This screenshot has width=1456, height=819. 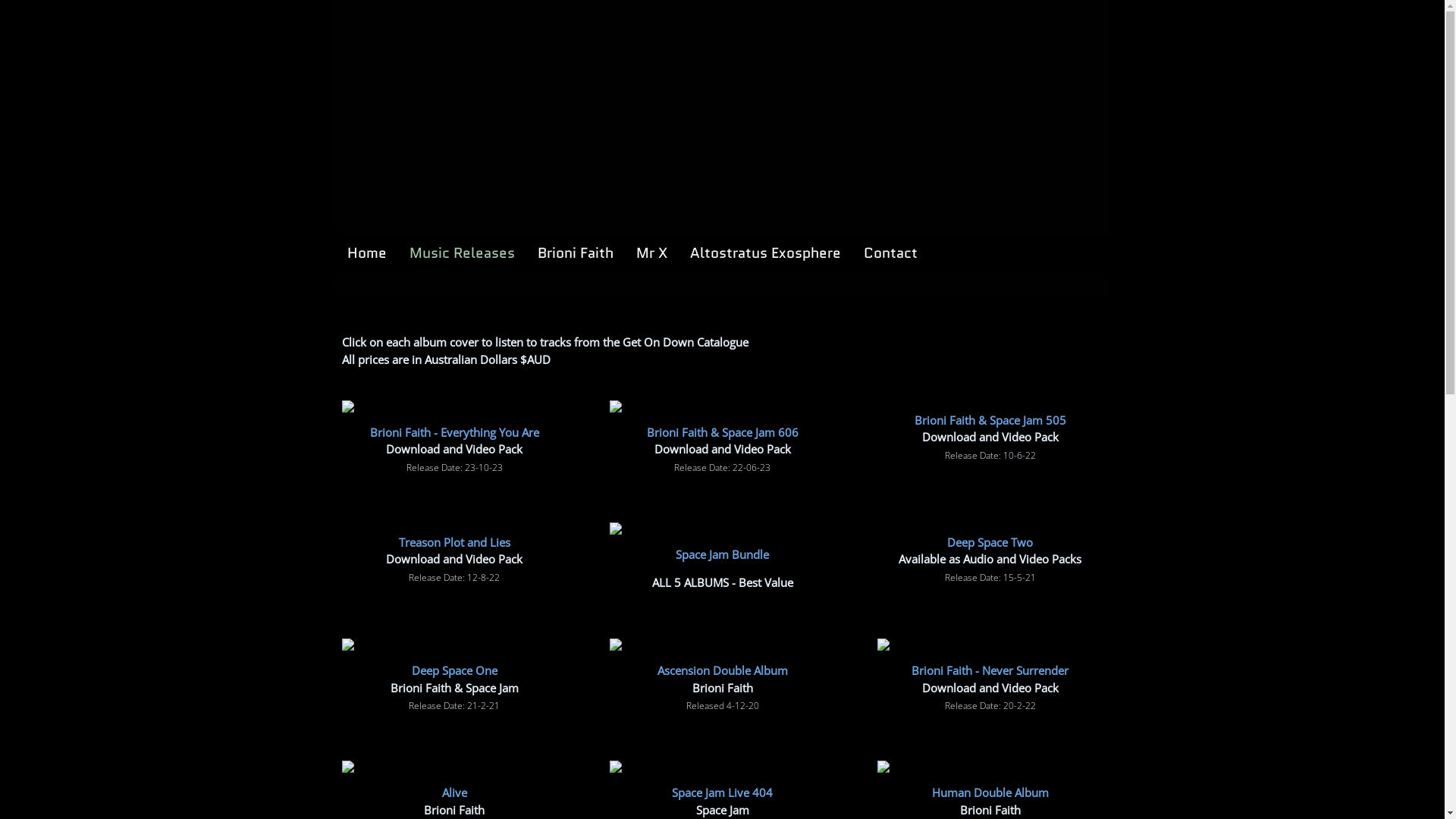 I want to click on 'Brioni Faith - Never Surrender', so click(x=910, y=669).